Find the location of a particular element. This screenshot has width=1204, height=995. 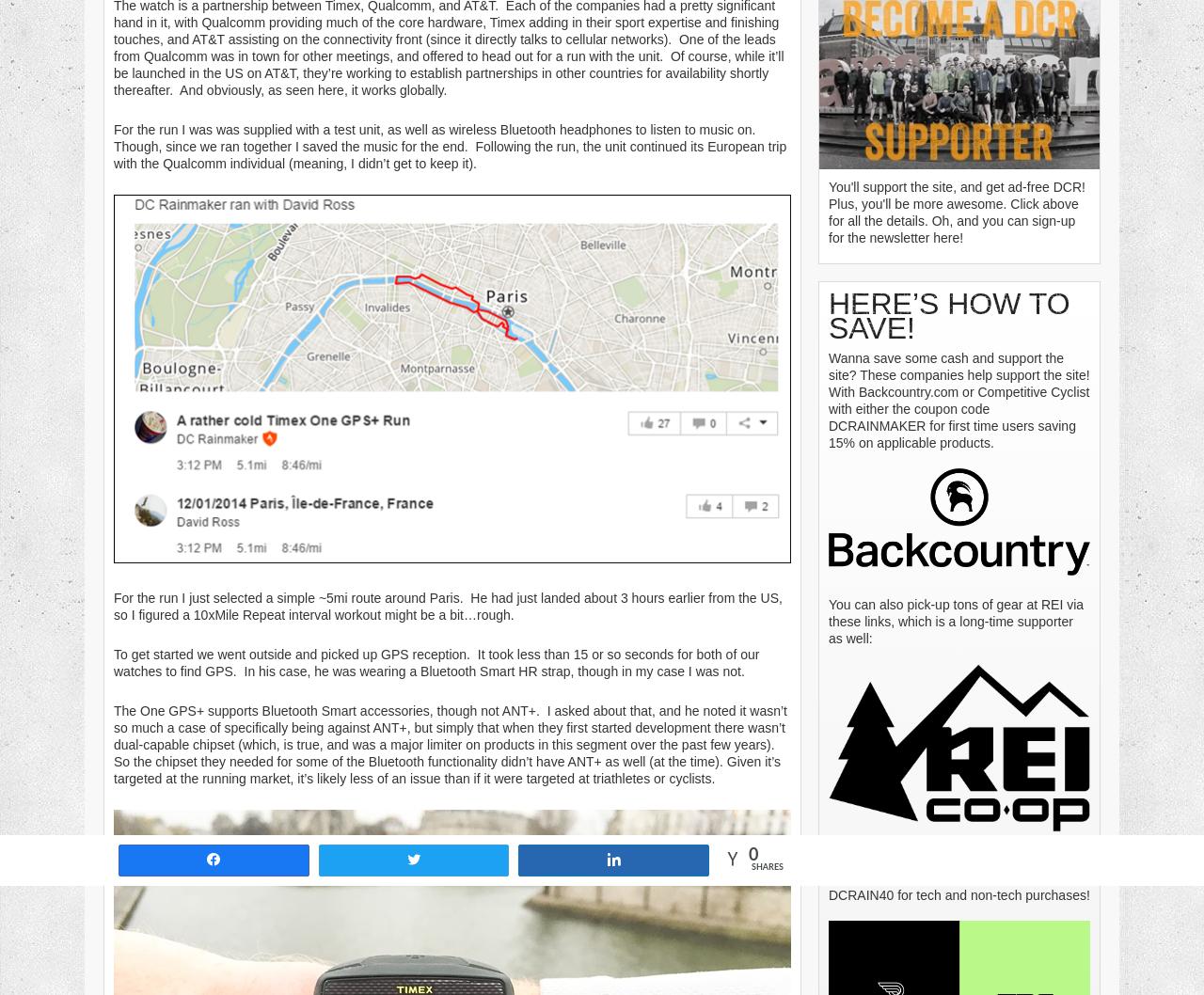

'The One GPS+ supports Bluetooth Smart accessories, though not ANT+.  I asked about that, and he noted it wasn’t so much a case of specifically being against ANT+, but simply that when they first started development there wasn’t dual-capable chipset (which, is true, and was a major limiter on products in this segment over the past few years).  So the chipset they needed for some of the Bluetooth functionality didn’t have ANT+ as well (at the time). Given it’s targeted at the running market, it’s likely less of an issue than if it were targeted at triathletes or cyclists.' is located at coordinates (449, 743).